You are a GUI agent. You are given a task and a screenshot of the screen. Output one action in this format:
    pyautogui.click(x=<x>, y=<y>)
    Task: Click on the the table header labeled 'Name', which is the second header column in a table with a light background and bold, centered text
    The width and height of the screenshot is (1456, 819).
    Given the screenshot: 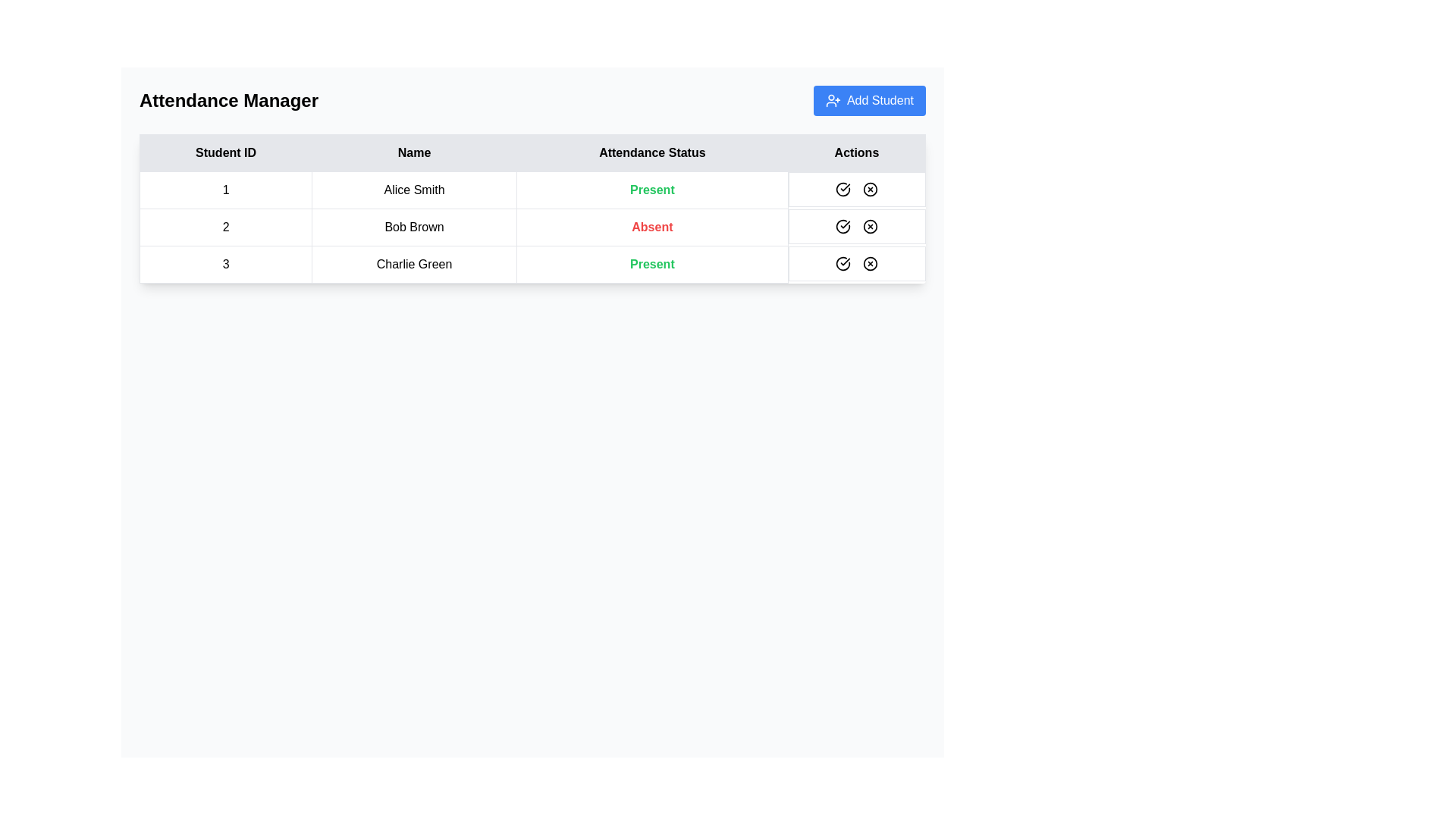 What is the action you would take?
    pyautogui.click(x=414, y=152)
    